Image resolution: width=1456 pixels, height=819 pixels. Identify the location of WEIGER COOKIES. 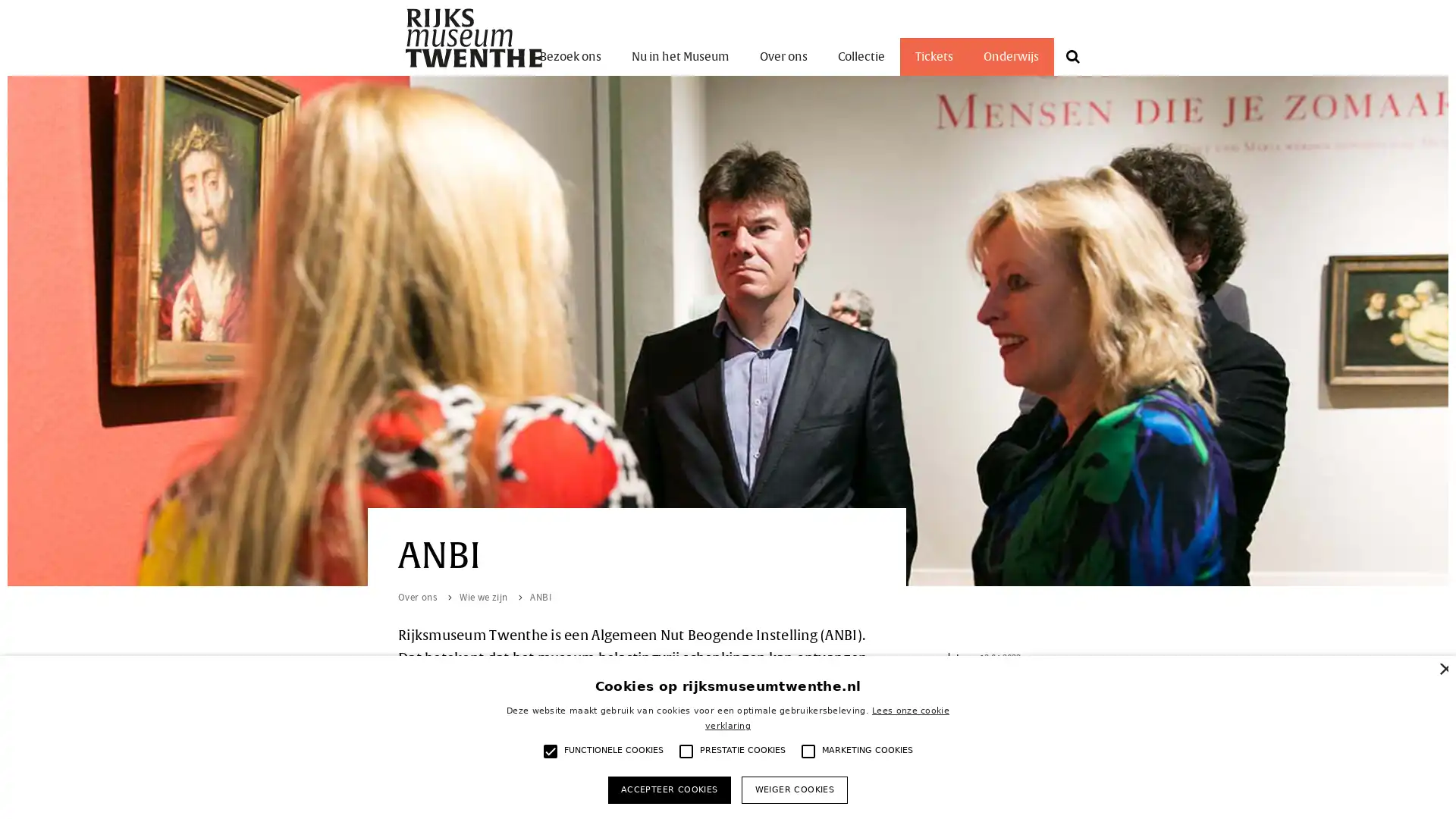
(793, 789).